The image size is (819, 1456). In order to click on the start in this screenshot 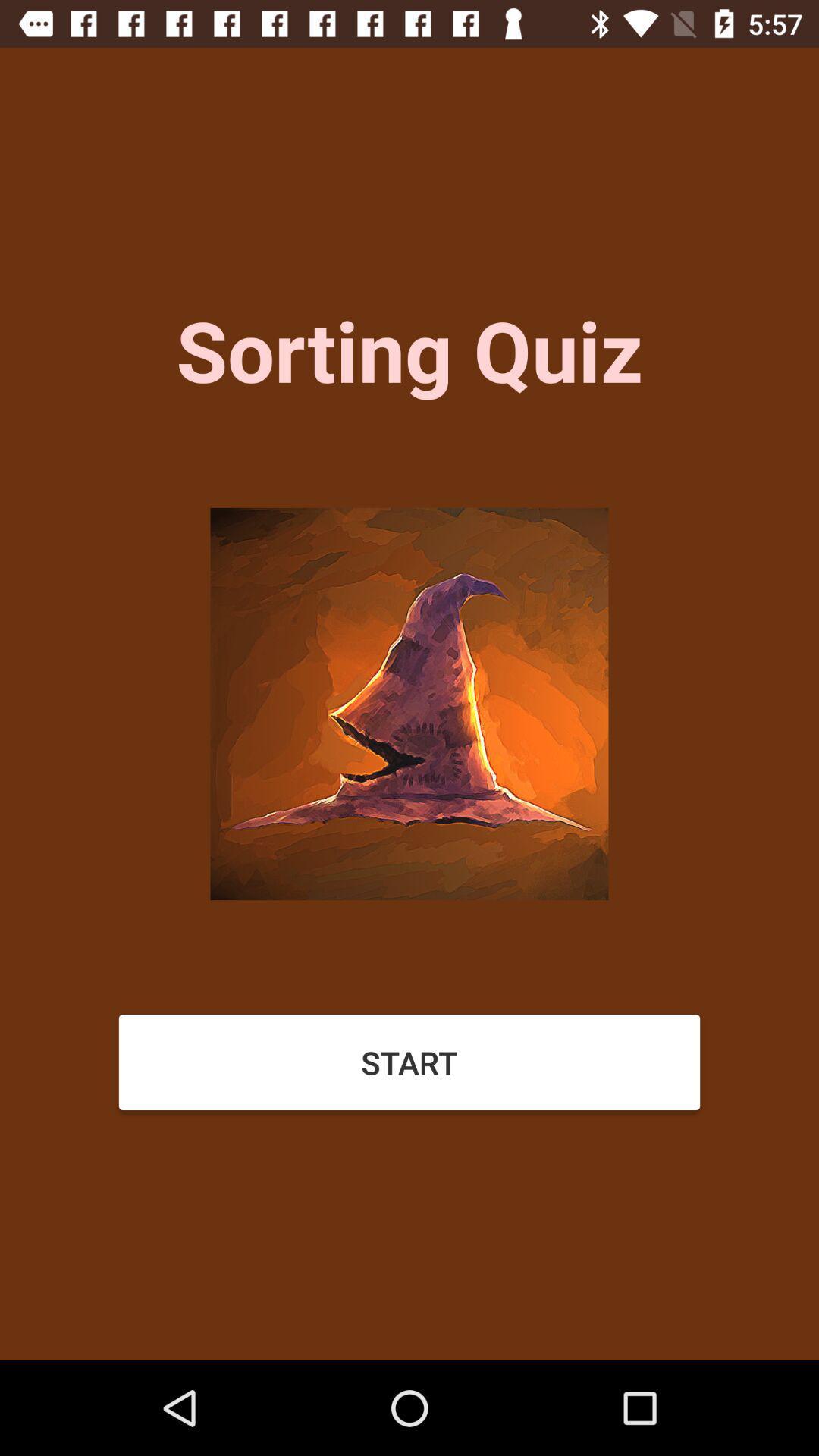, I will do `click(409, 1062)`.